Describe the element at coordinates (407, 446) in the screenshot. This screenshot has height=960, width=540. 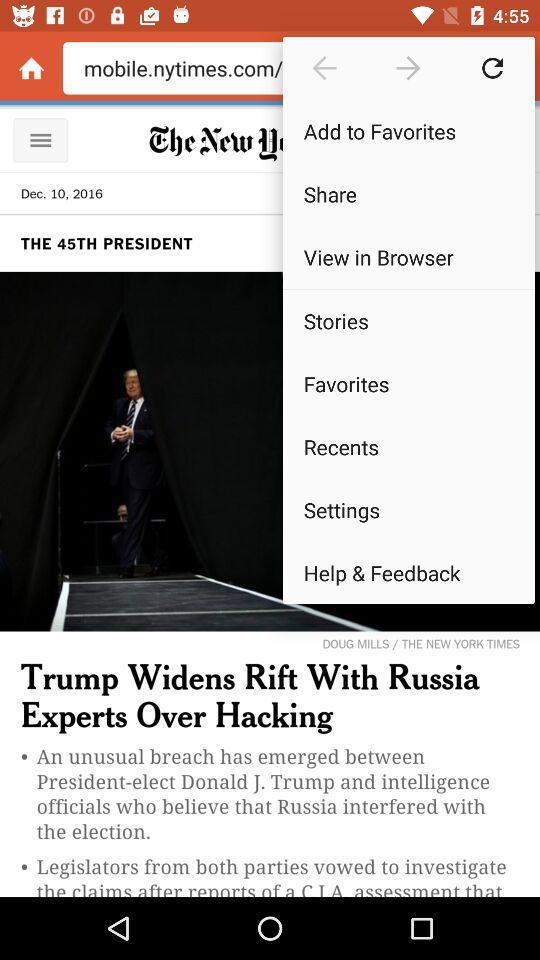
I see `item above settings item` at that location.